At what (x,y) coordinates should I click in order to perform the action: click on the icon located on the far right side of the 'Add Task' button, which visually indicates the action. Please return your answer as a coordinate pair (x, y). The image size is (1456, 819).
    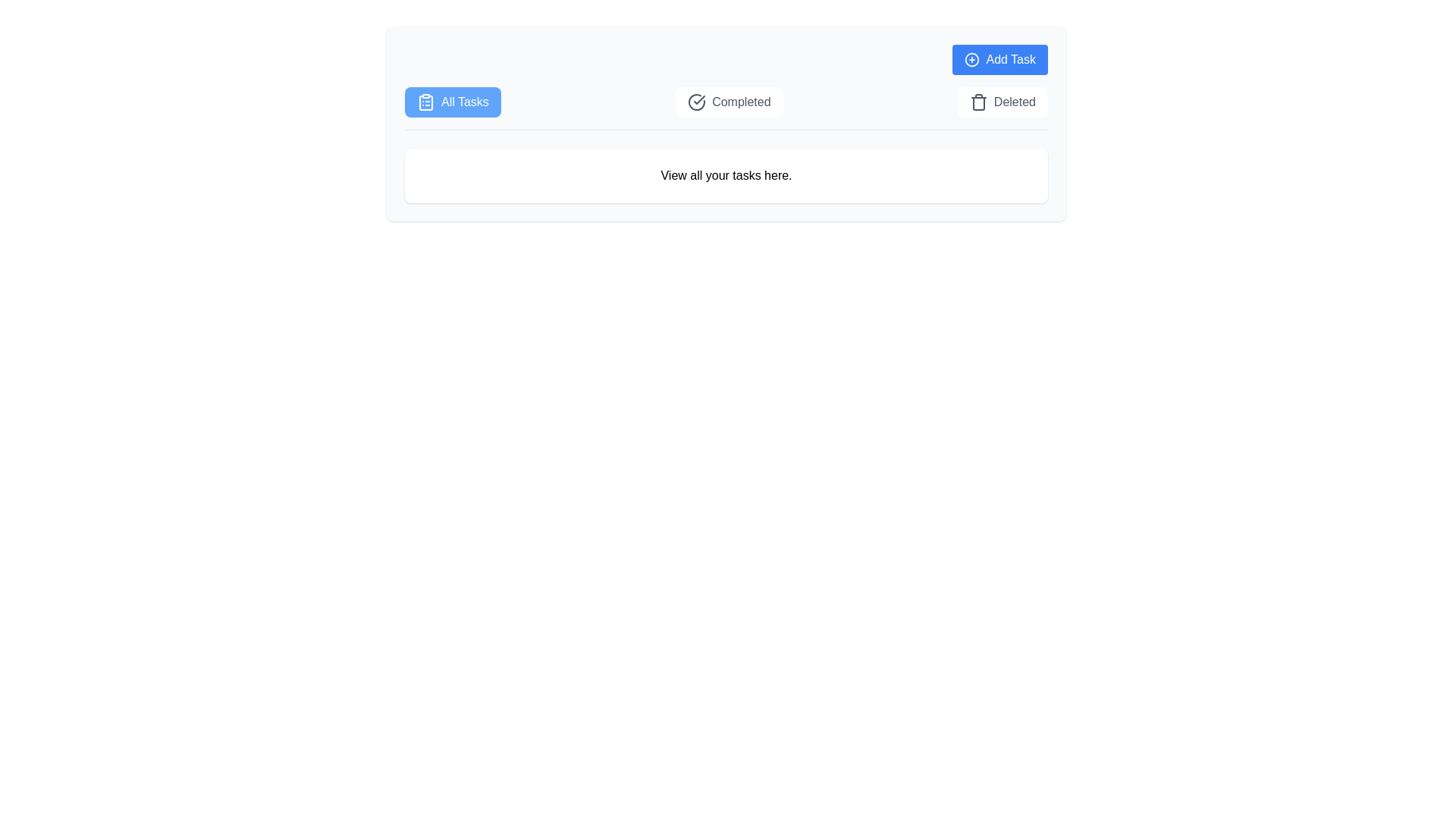
    Looking at the image, I should click on (972, 58).